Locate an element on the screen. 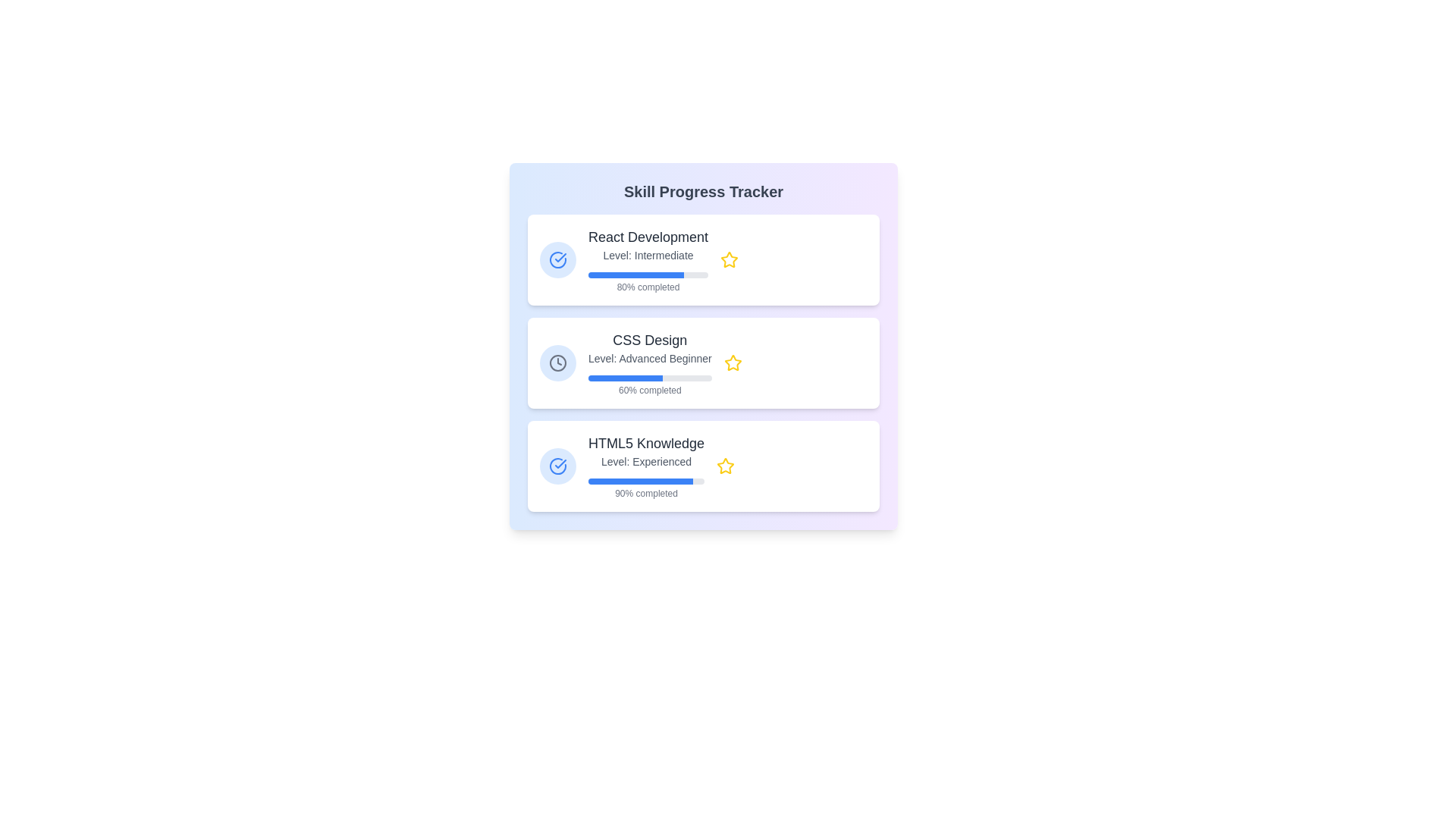  assistive technology is located at coordinates (648, 237).